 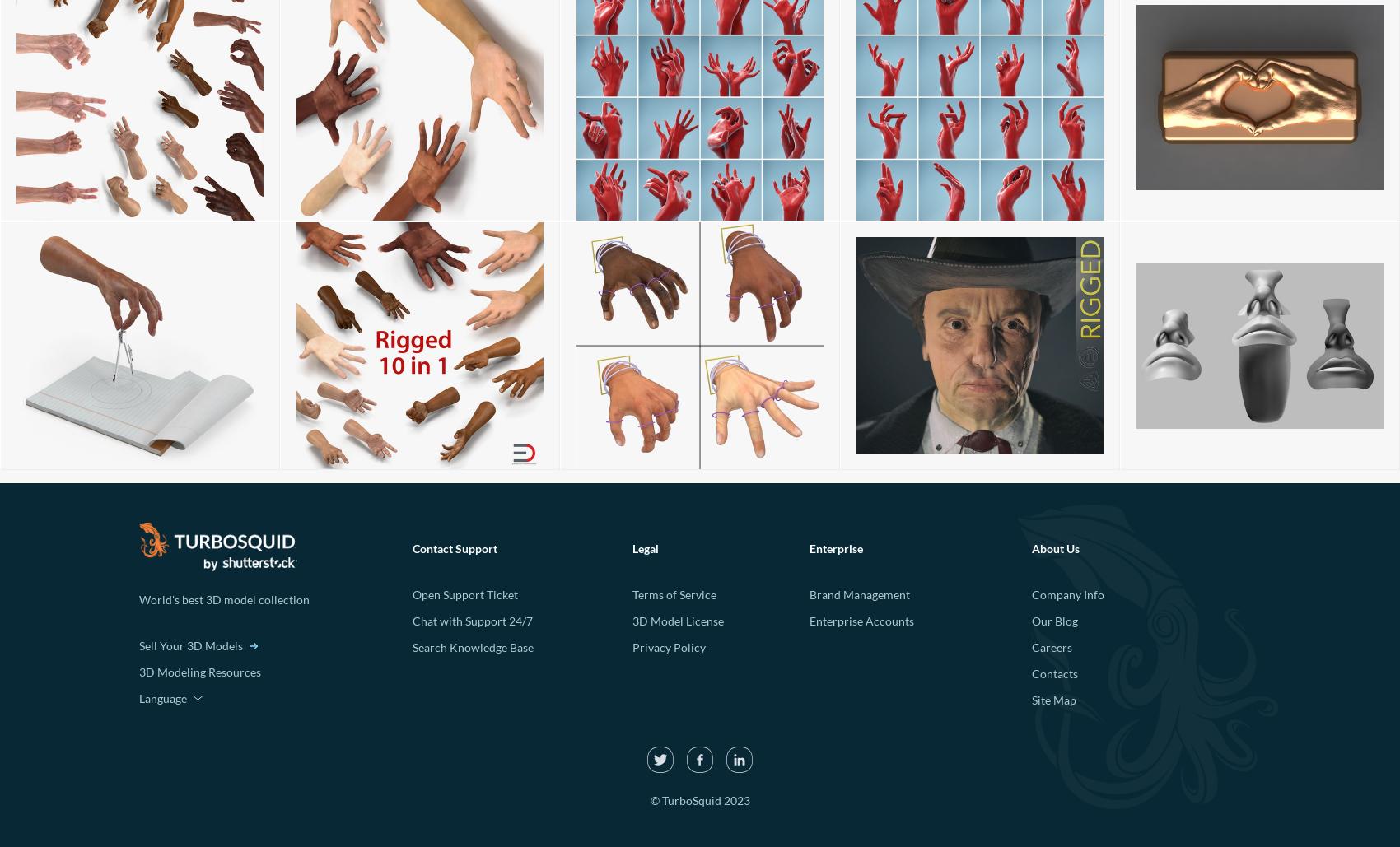 I want to click on 'Enterprise', so click(x=834, y=547).